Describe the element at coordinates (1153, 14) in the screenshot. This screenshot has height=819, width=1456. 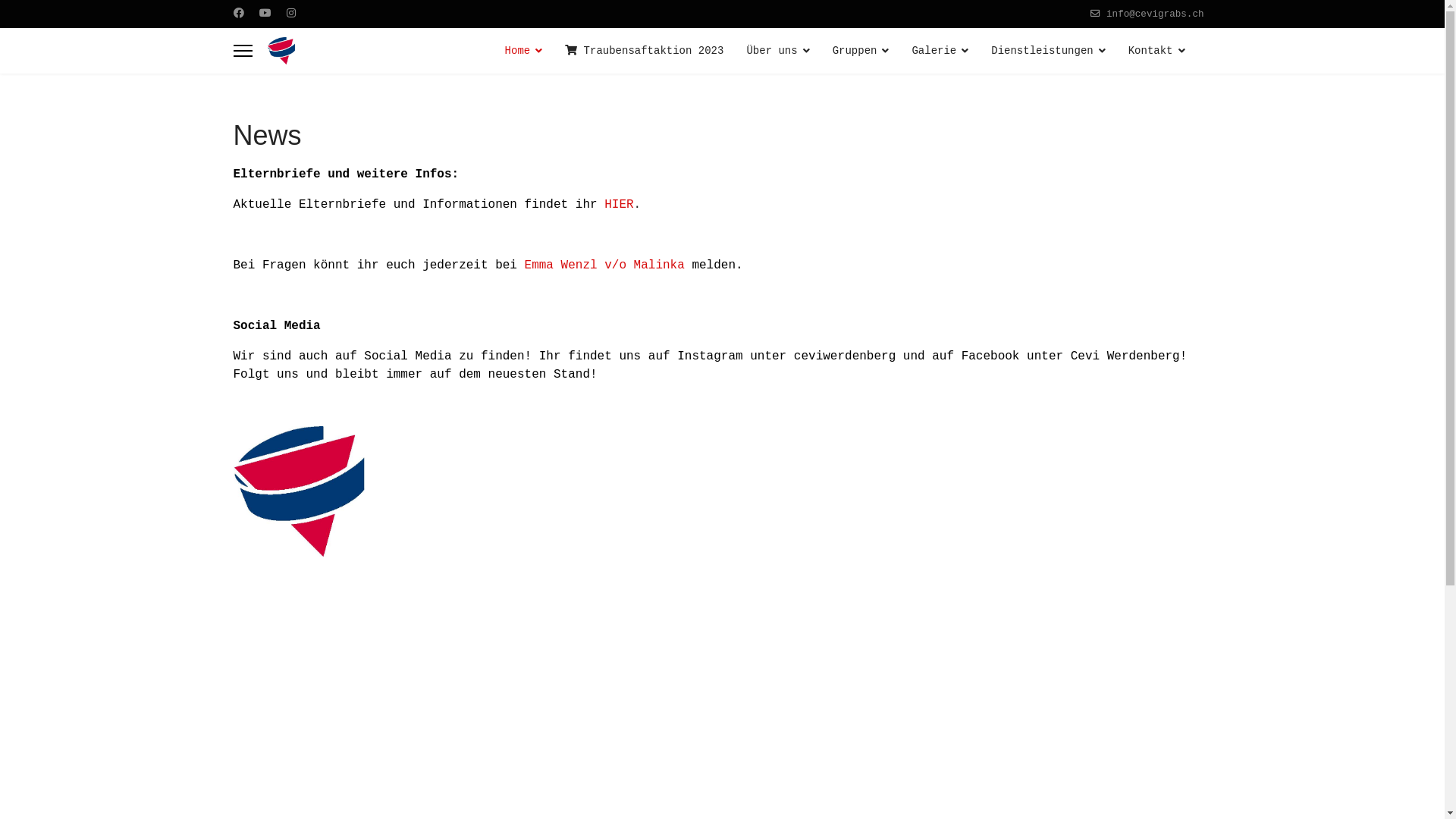
I see `'info@cevigrabs.ch'` at that location.